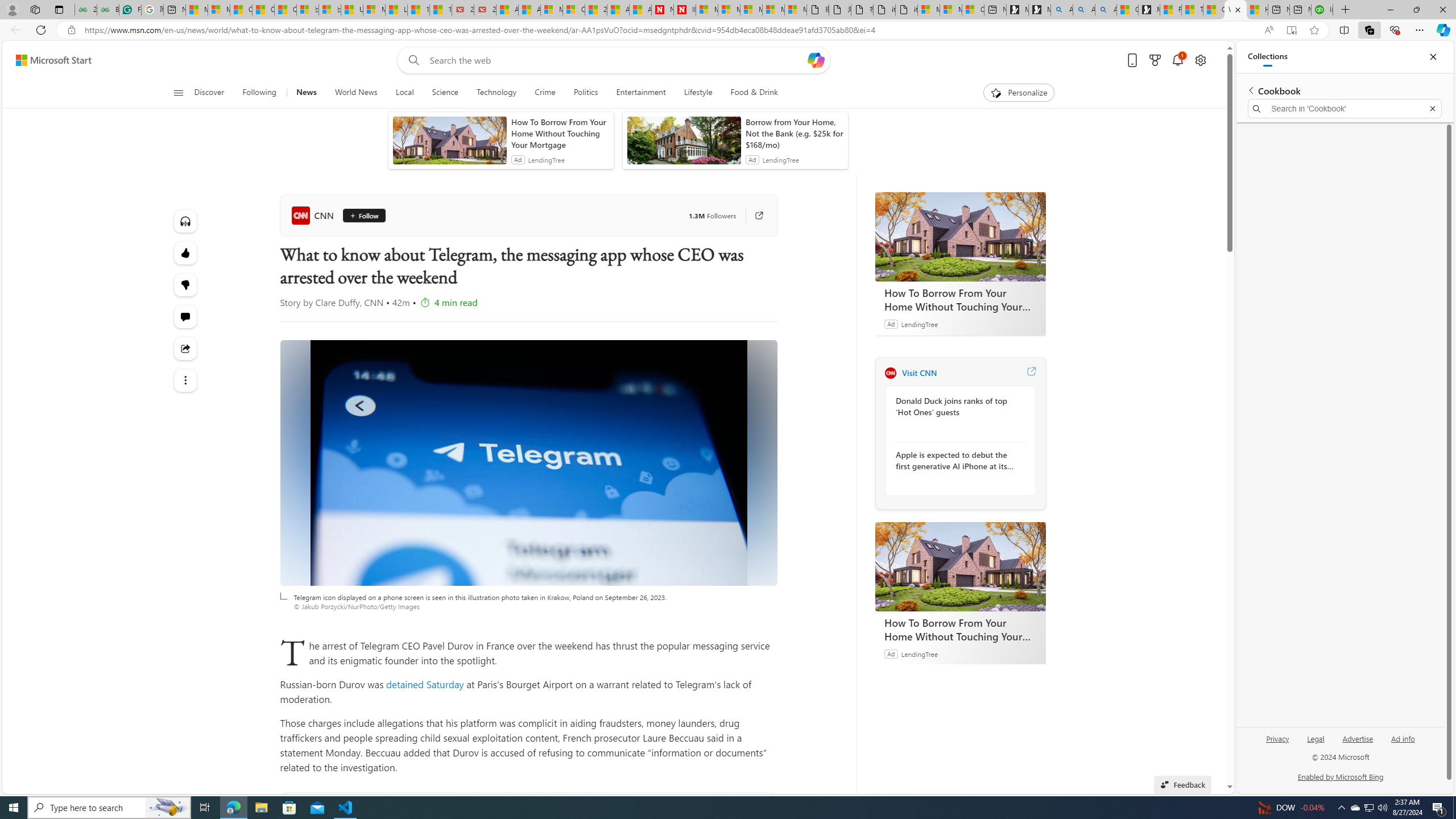  Describe the element at coordinates (1106, 9) in the screenshot. I see `'Alabama high school quarterback dies - Search Videos'` at that location.